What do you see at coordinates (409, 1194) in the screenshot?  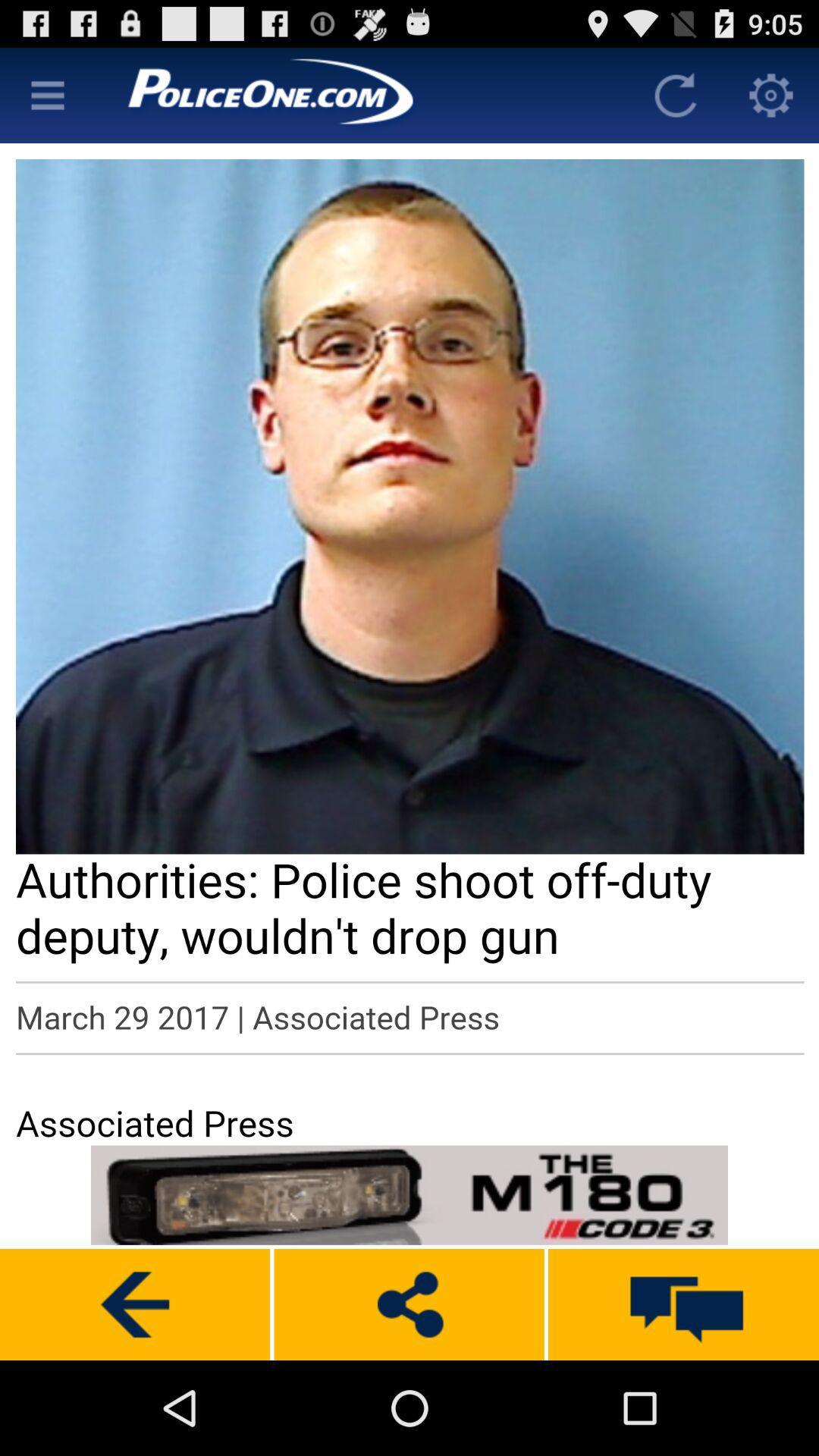 I see `advertisement` at bounding box center [409, 1194].